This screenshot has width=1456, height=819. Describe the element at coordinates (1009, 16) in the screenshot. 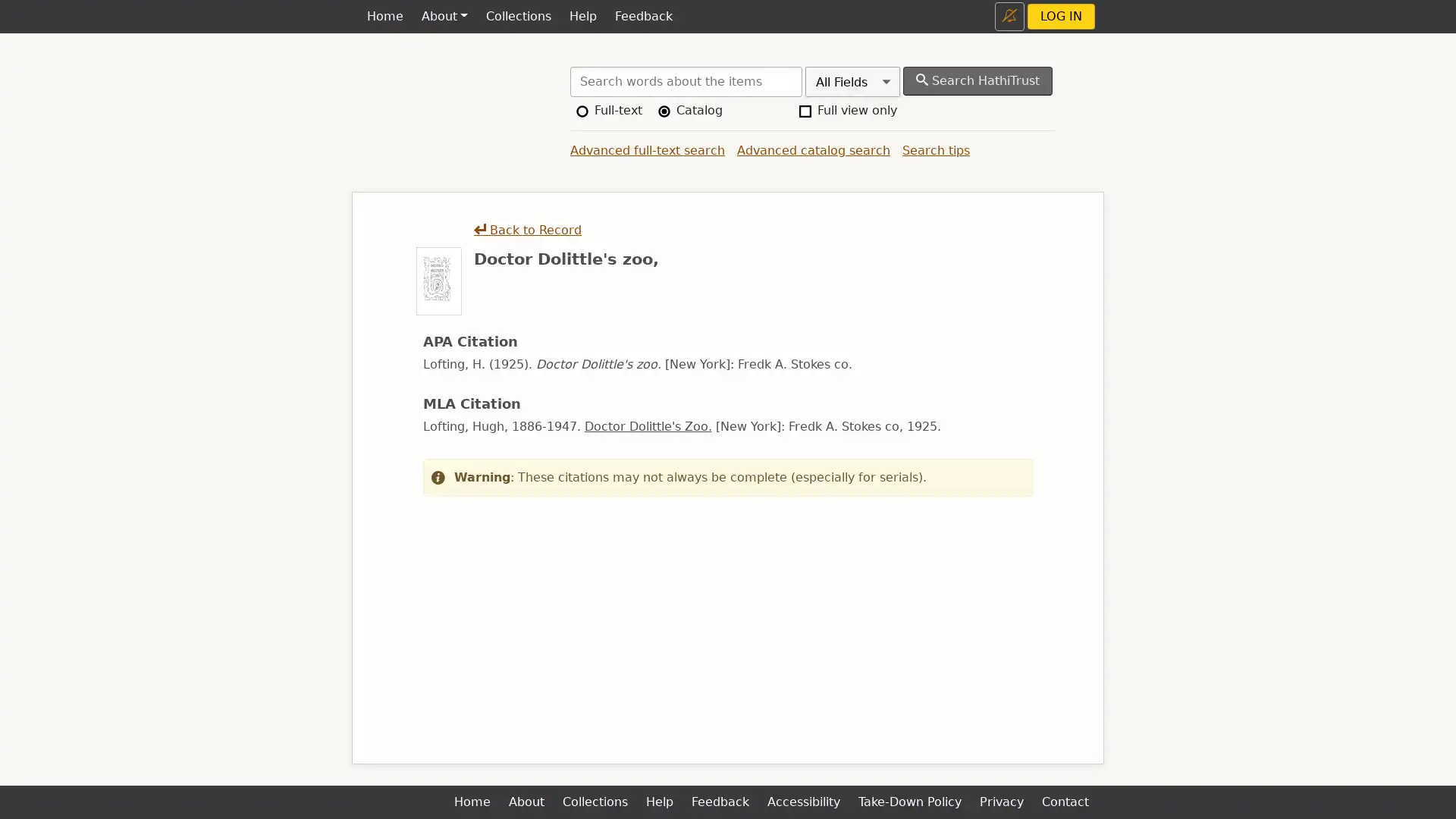

I see `Toggle Notifications` at that location.